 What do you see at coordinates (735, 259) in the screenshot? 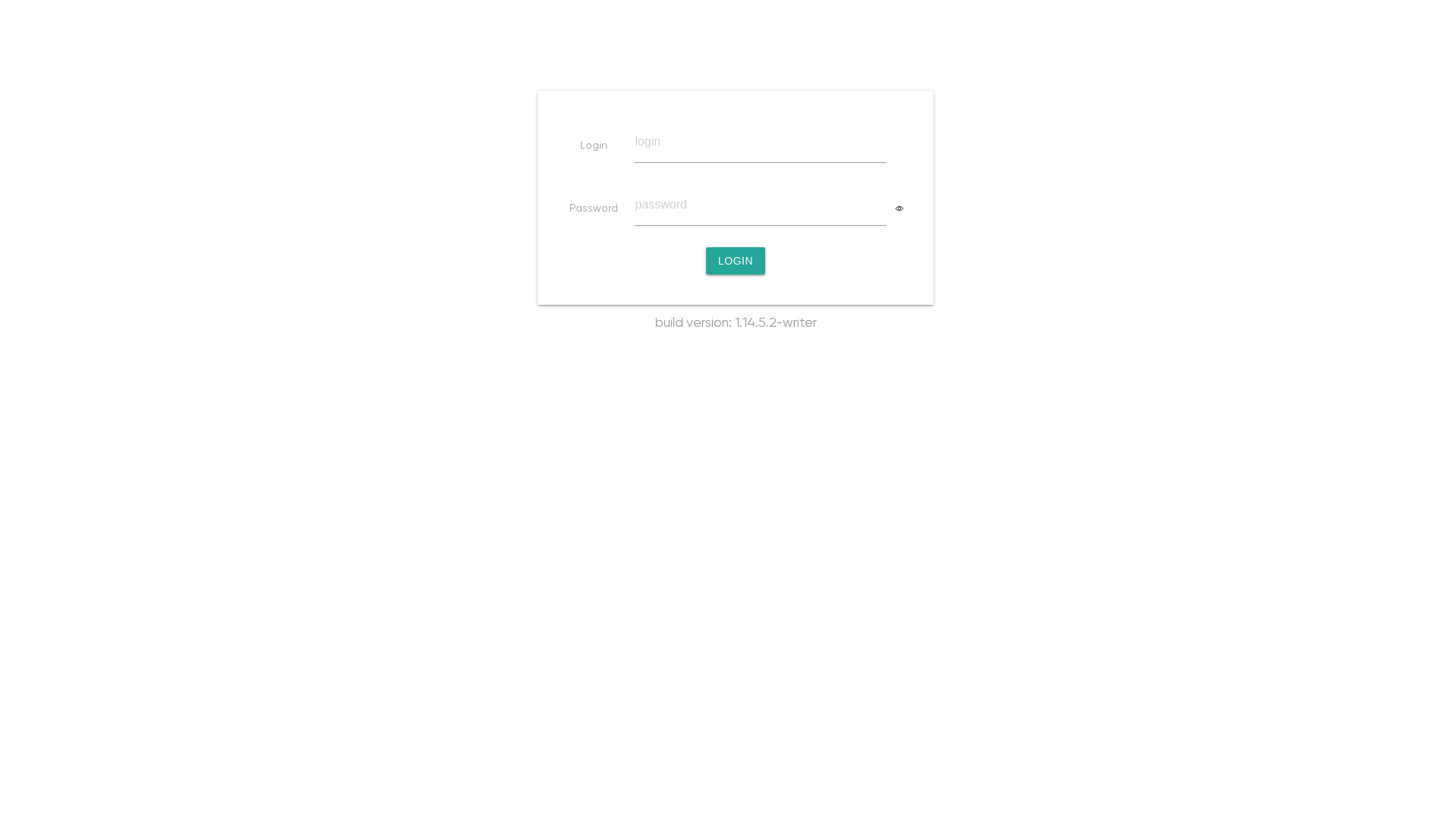
I see `'LOGIN'` at bounding box center [735, 259].